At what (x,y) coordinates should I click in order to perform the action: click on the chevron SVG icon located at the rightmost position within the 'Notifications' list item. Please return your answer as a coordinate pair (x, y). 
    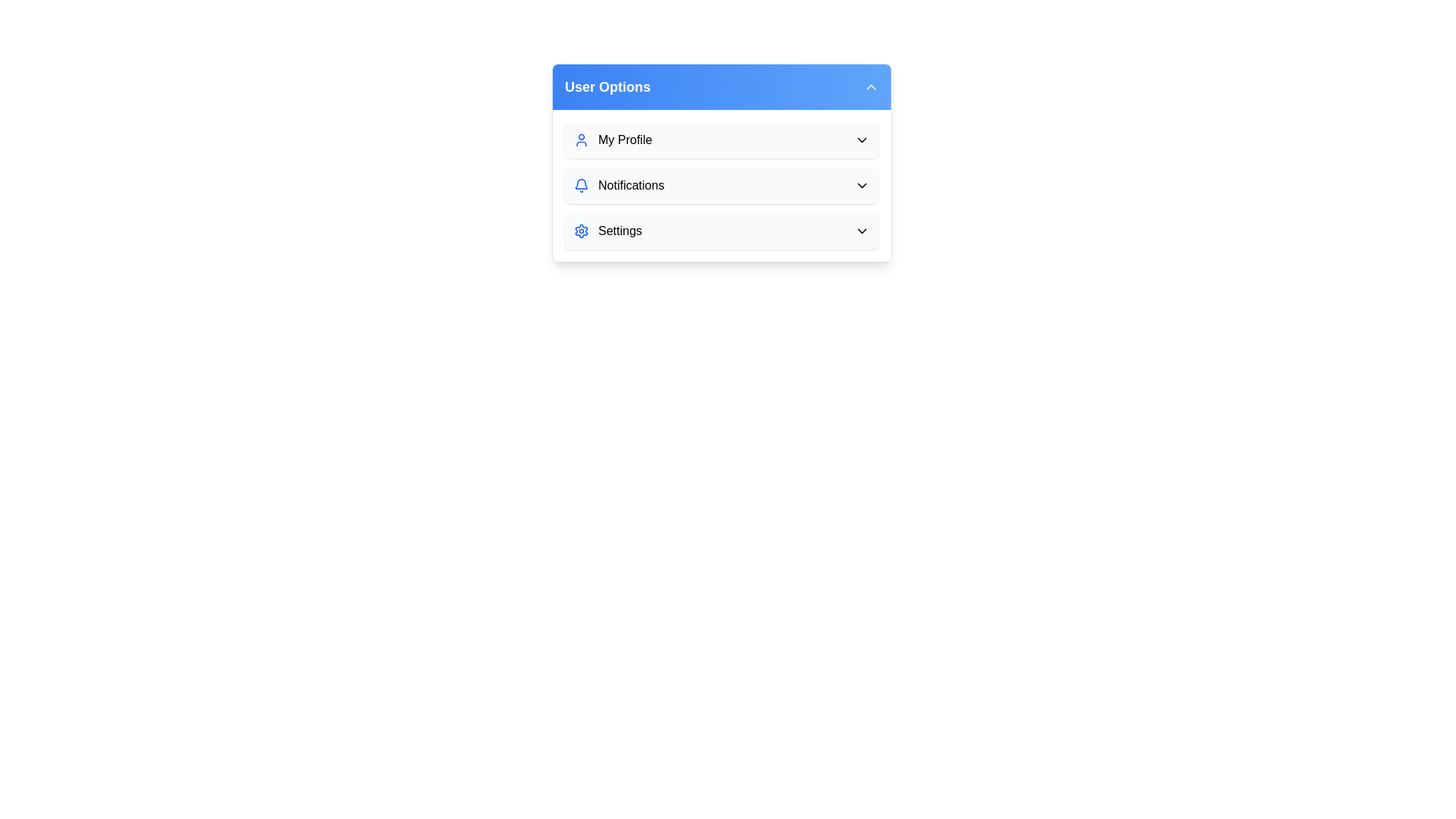
    Looking at the image, I should click on (862, 185).